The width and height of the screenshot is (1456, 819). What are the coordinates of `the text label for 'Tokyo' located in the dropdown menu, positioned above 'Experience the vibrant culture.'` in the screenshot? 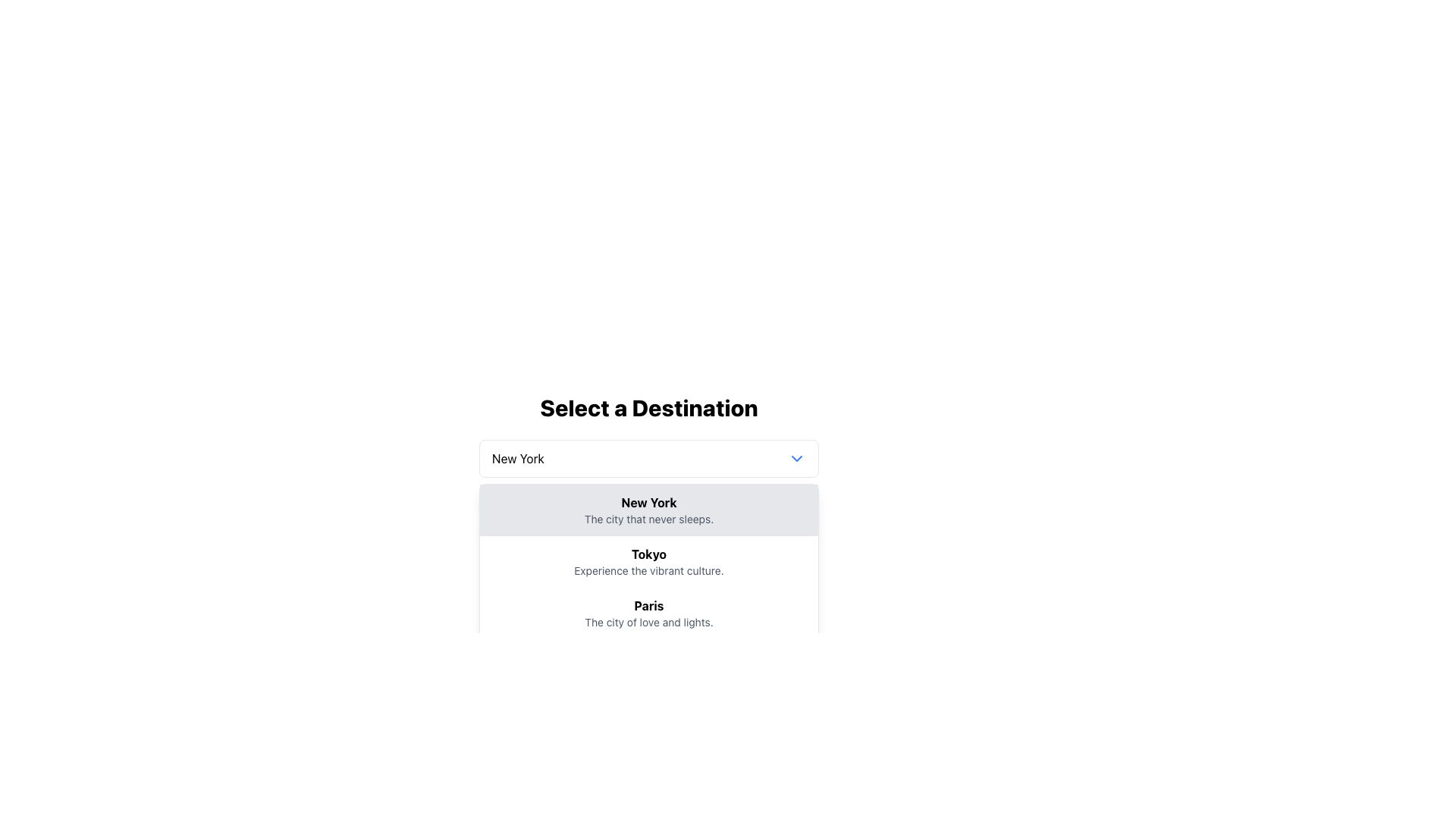 It's located at (648, 554).